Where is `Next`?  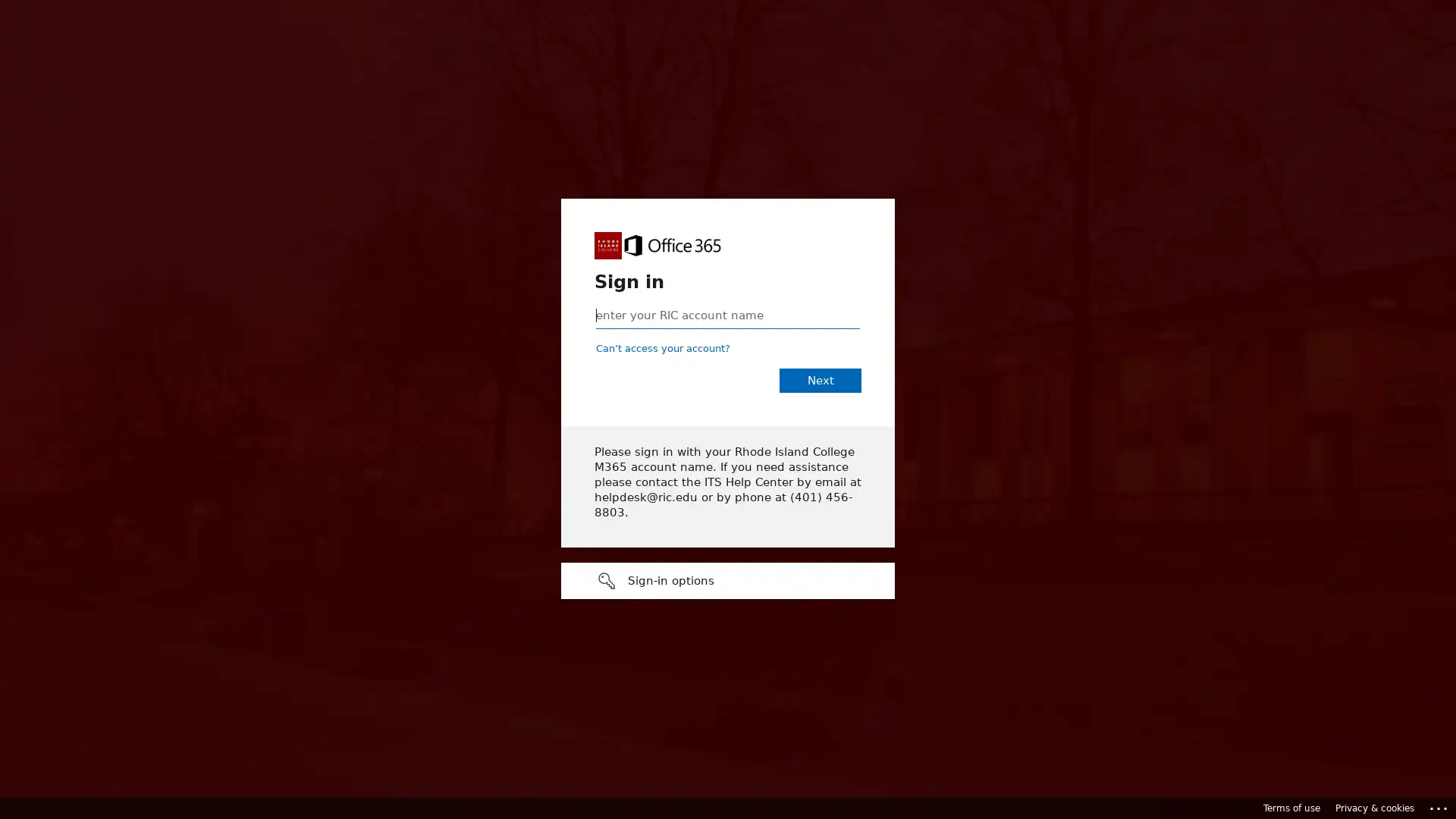 Next is located at coordinates (819, 379).